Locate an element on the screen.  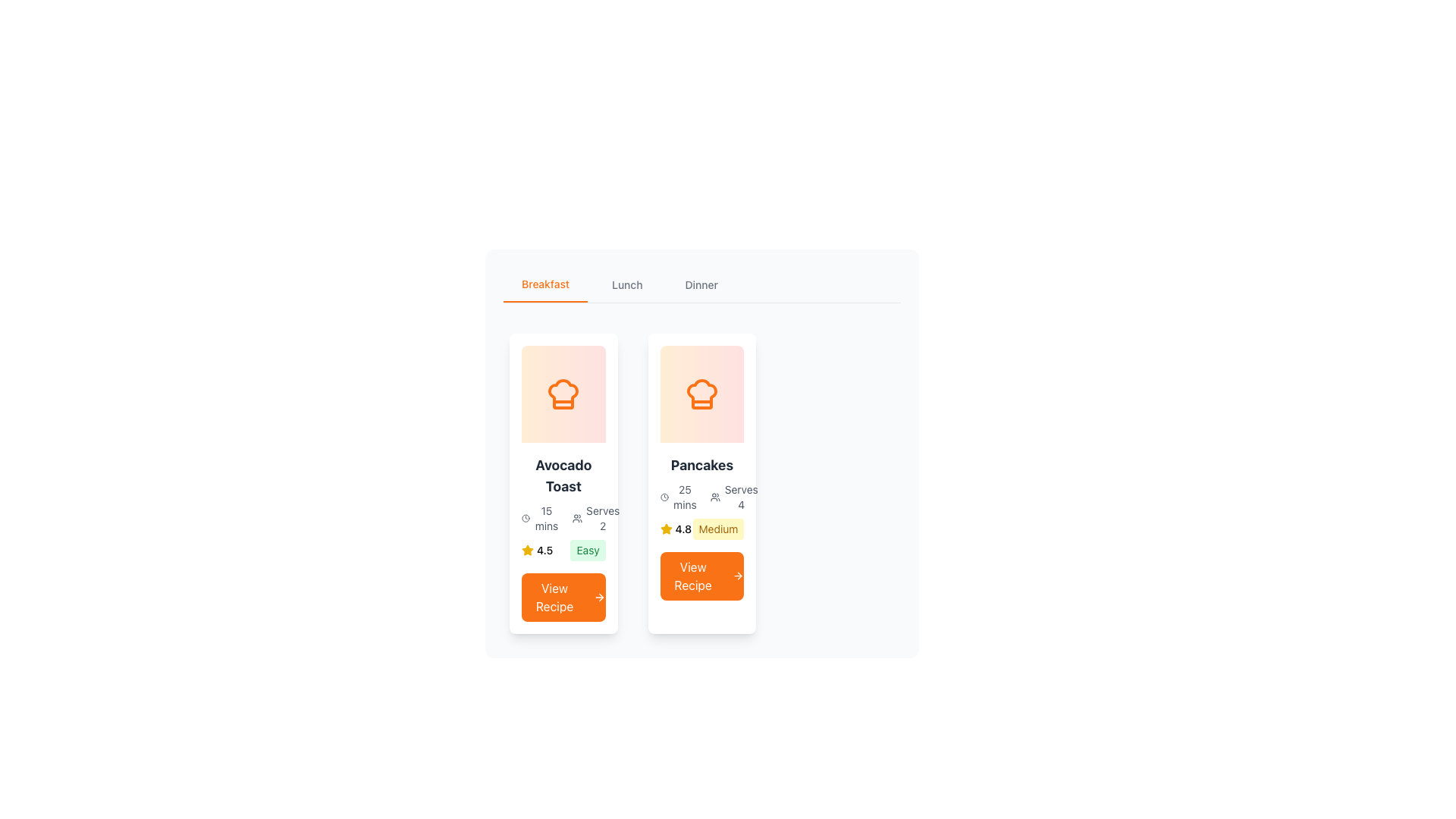
the clickable text label 'Dinner' in the navigation bar to observe potential styling changes is located at coordinates (701, 284).